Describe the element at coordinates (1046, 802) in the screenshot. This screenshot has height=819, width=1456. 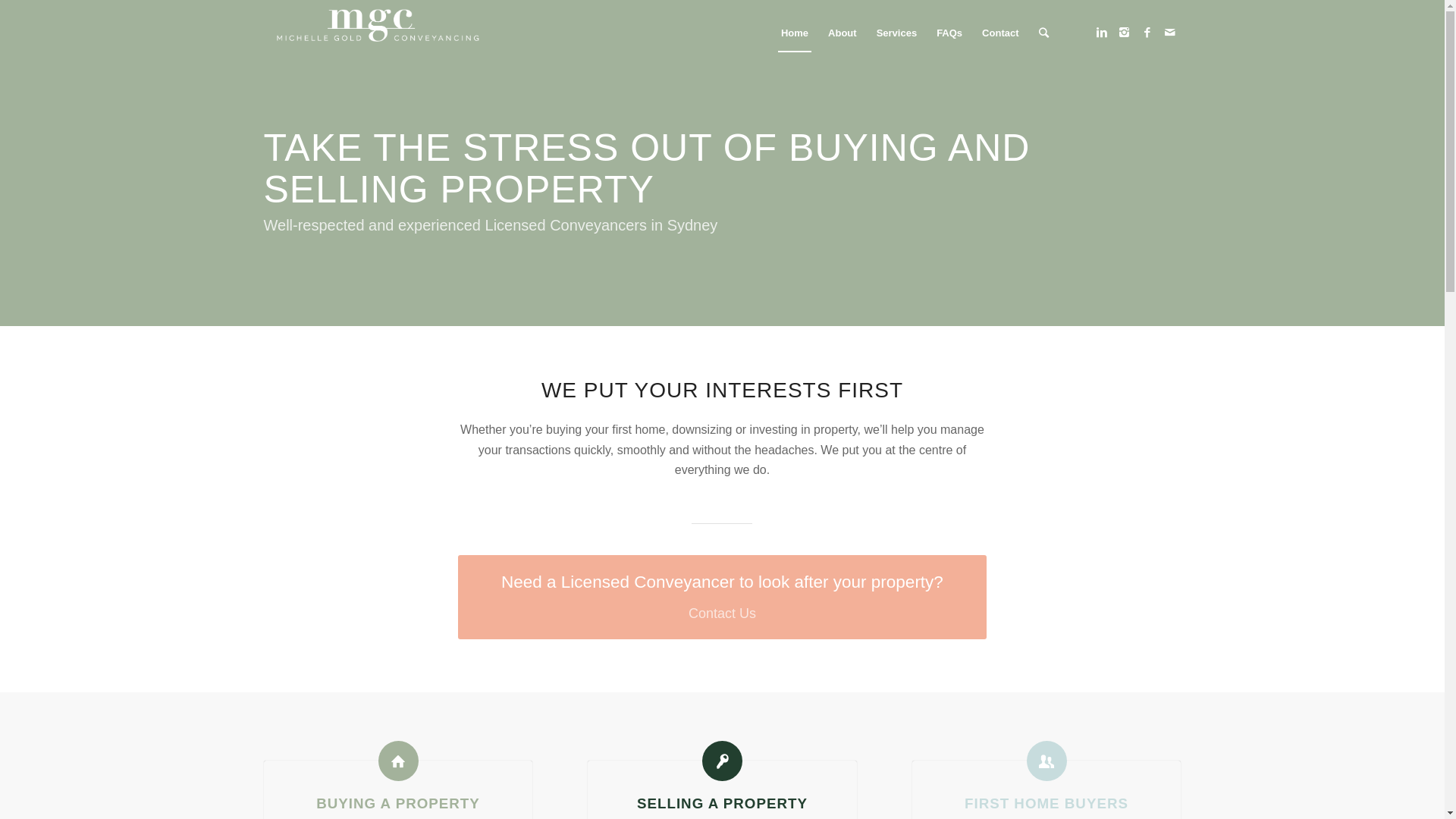
I see `'FIRST HOME BUYERS'` at that location.